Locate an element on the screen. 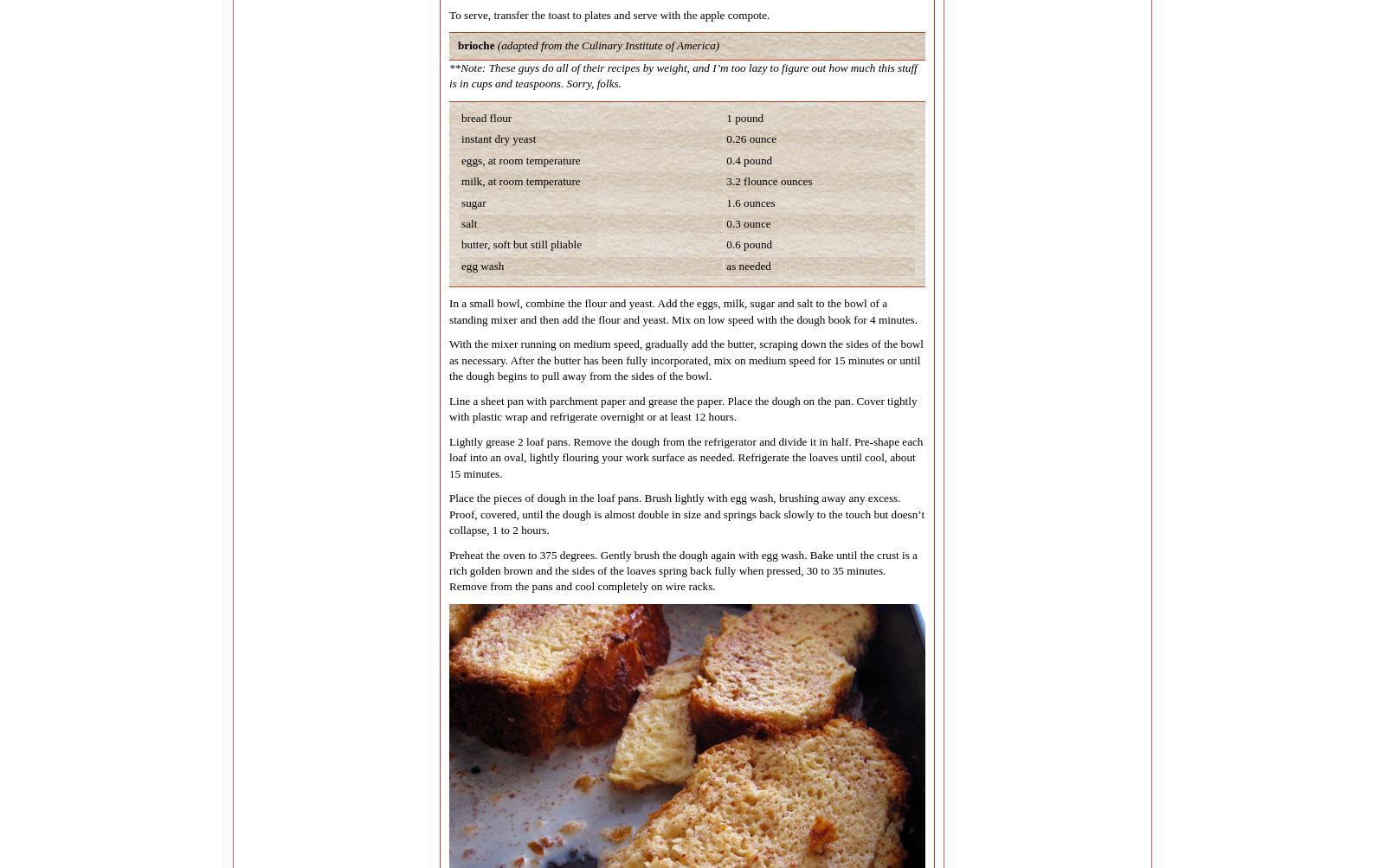  '0.3 ounce' is located at coordinates (747, 223).